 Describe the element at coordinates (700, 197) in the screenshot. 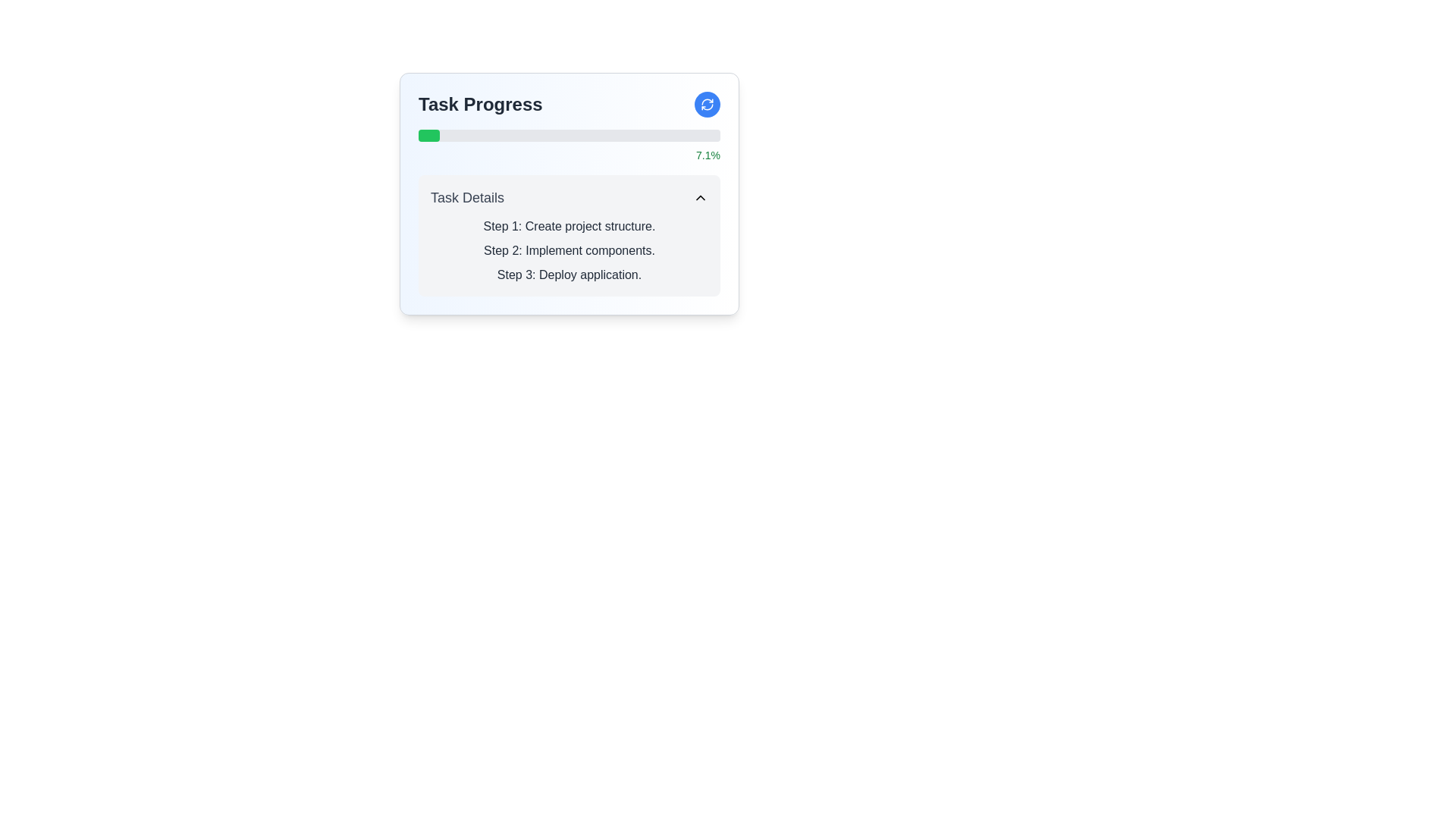

I see `the upward-pointing chevron icon located at the top-right corner of the 'Task Details' section` at that location.